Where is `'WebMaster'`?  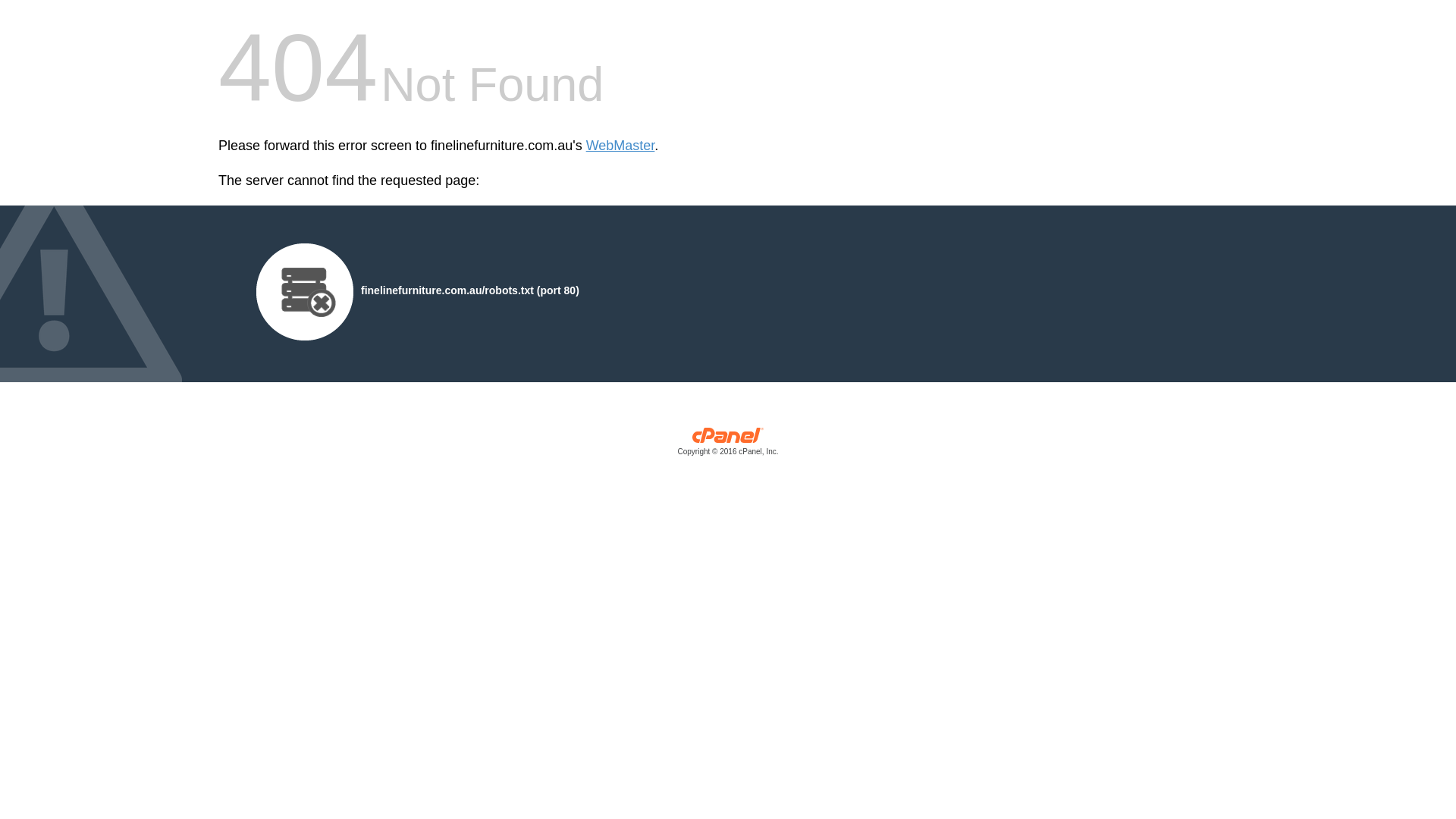
'WebMaster' is located at coordinates (620, 146).